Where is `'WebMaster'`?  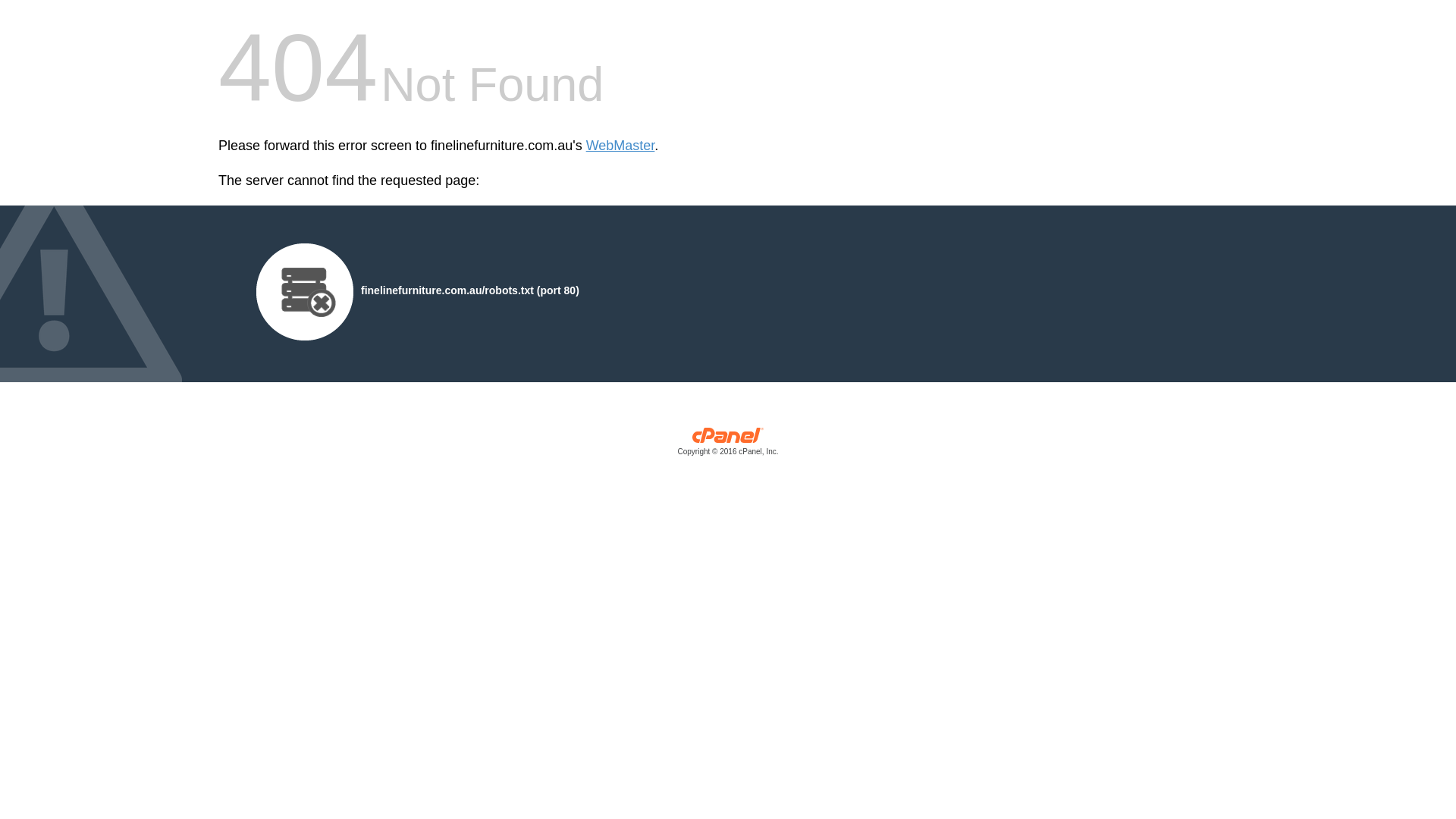
'WebMaster' is located at coordinates (620, 146).